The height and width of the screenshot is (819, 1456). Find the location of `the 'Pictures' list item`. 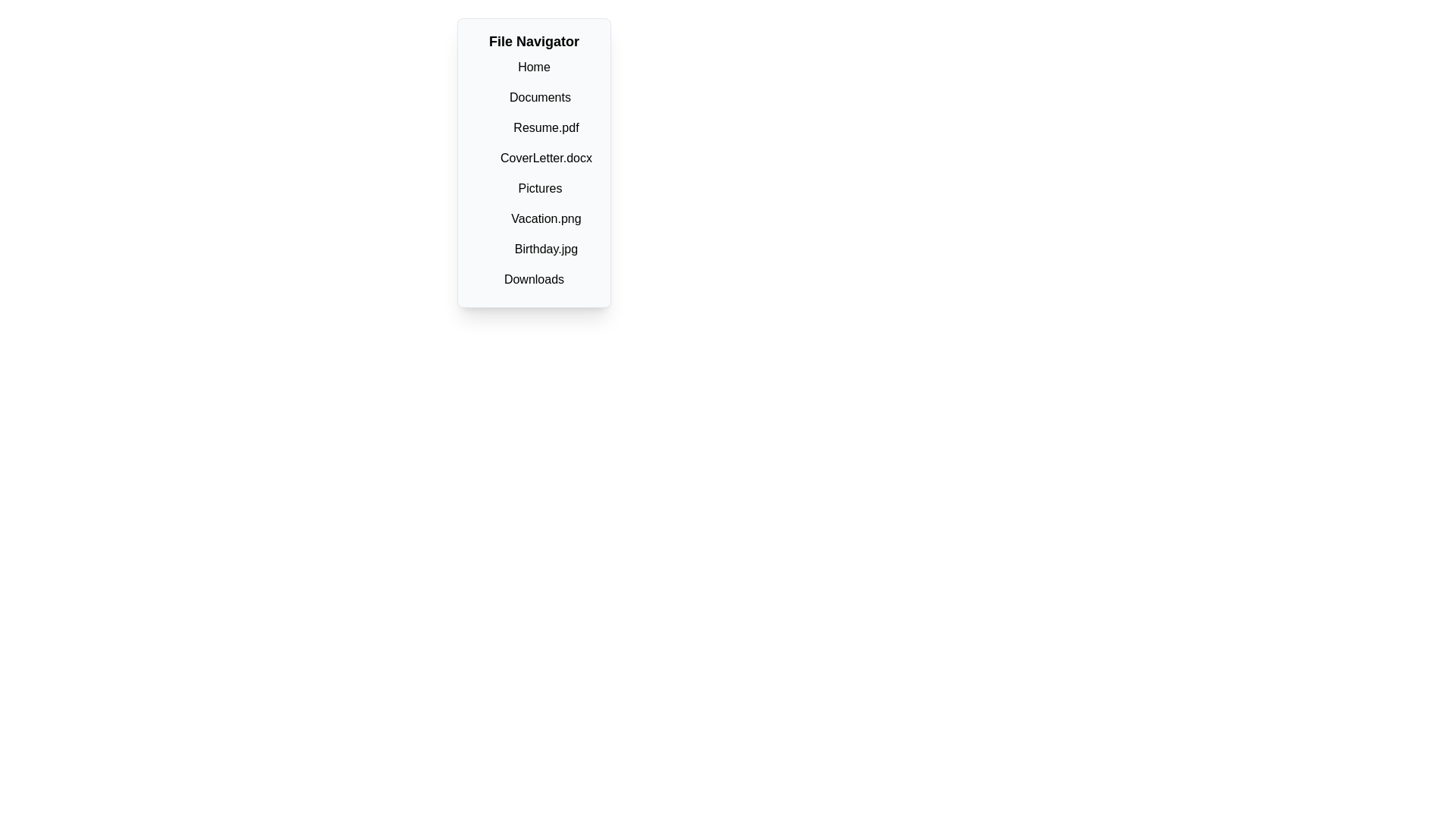

the 'Pictures' list item is located at coordinates (540, 187).